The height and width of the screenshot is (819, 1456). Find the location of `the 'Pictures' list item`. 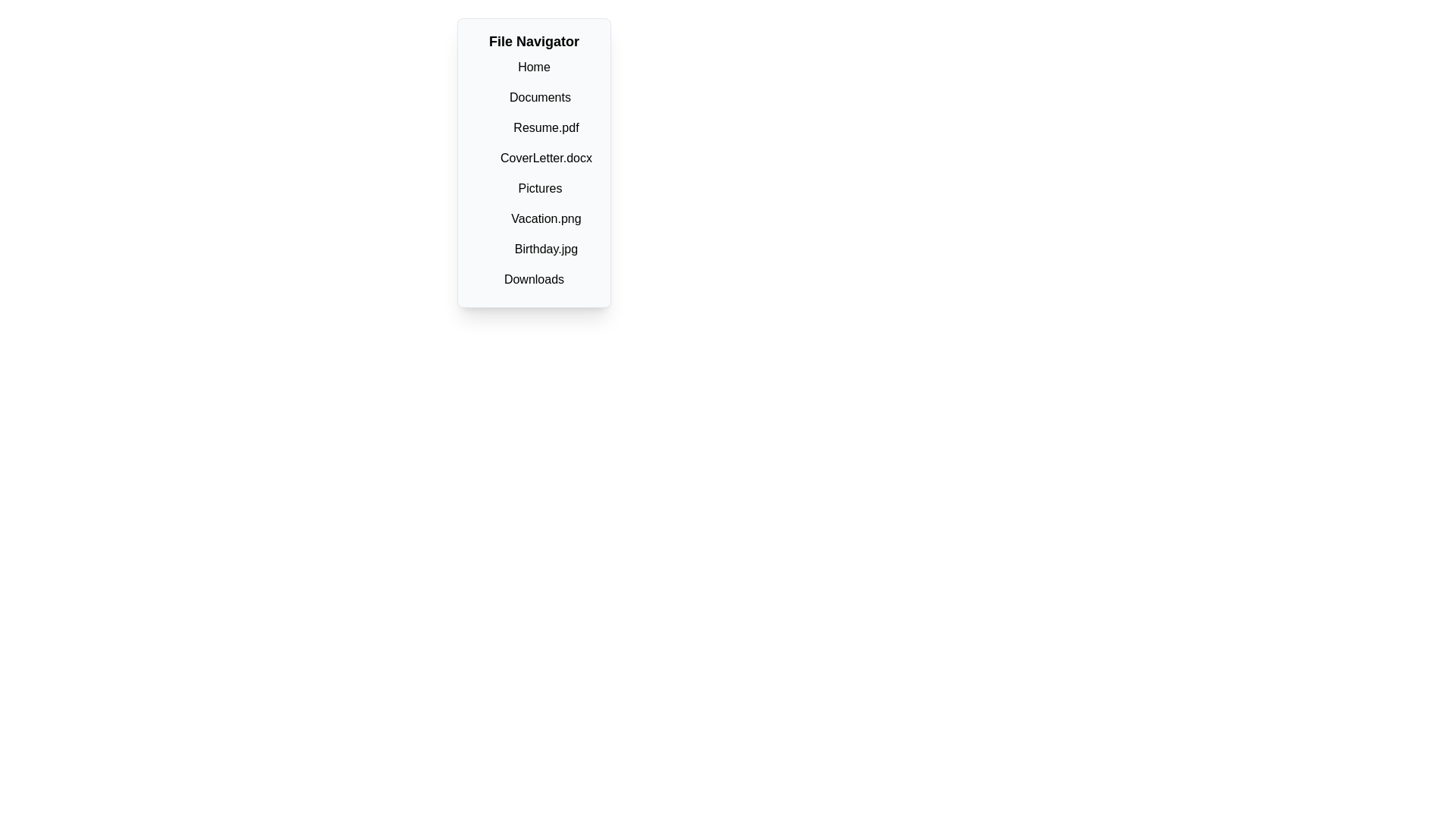

the 'Pictures' list item is located at coordinates (540, 187).